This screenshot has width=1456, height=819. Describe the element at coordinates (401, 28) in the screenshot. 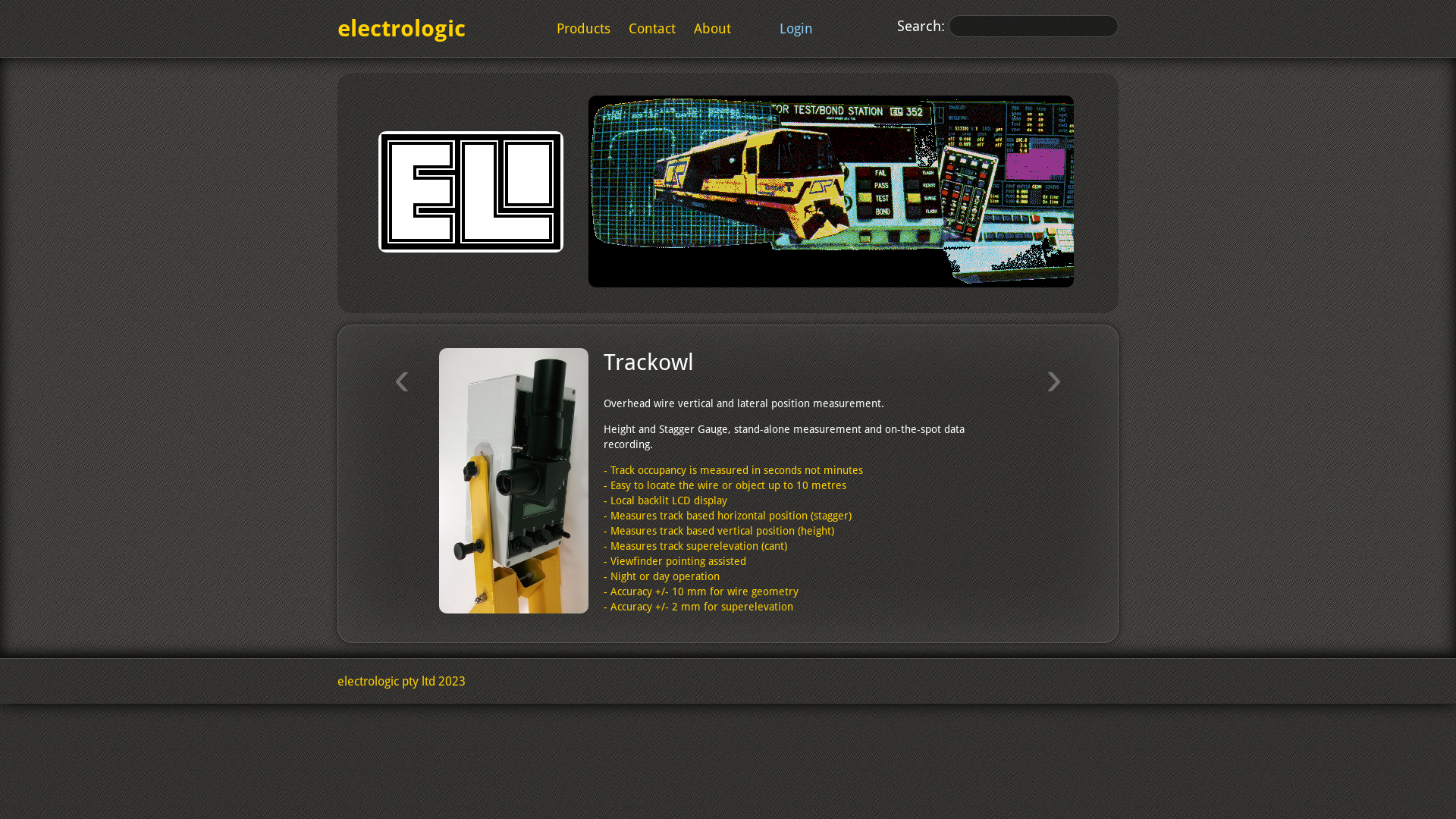

I see `'electrologic'` at that location.